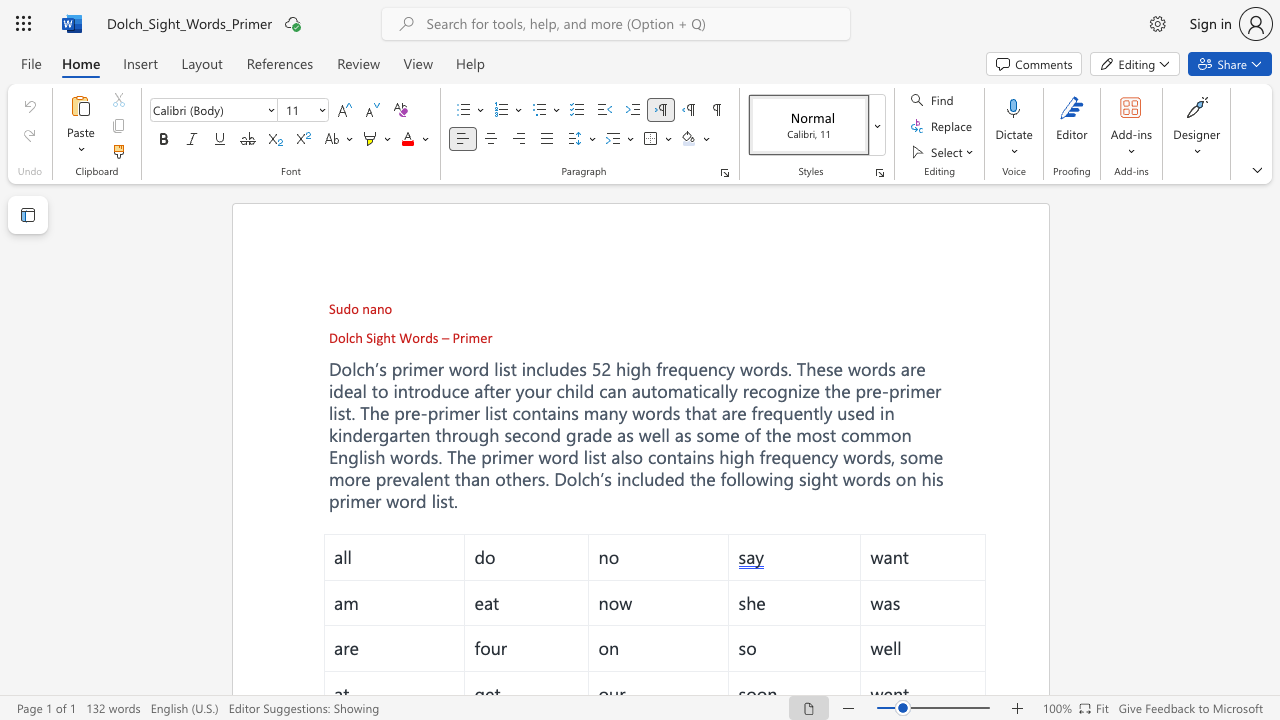  I want to click on the subset text "luded the follow" within the text "high frequency words, some more prevalent than others. Dolch’s included the following sight words on his primer word list.", so click(638, 479).